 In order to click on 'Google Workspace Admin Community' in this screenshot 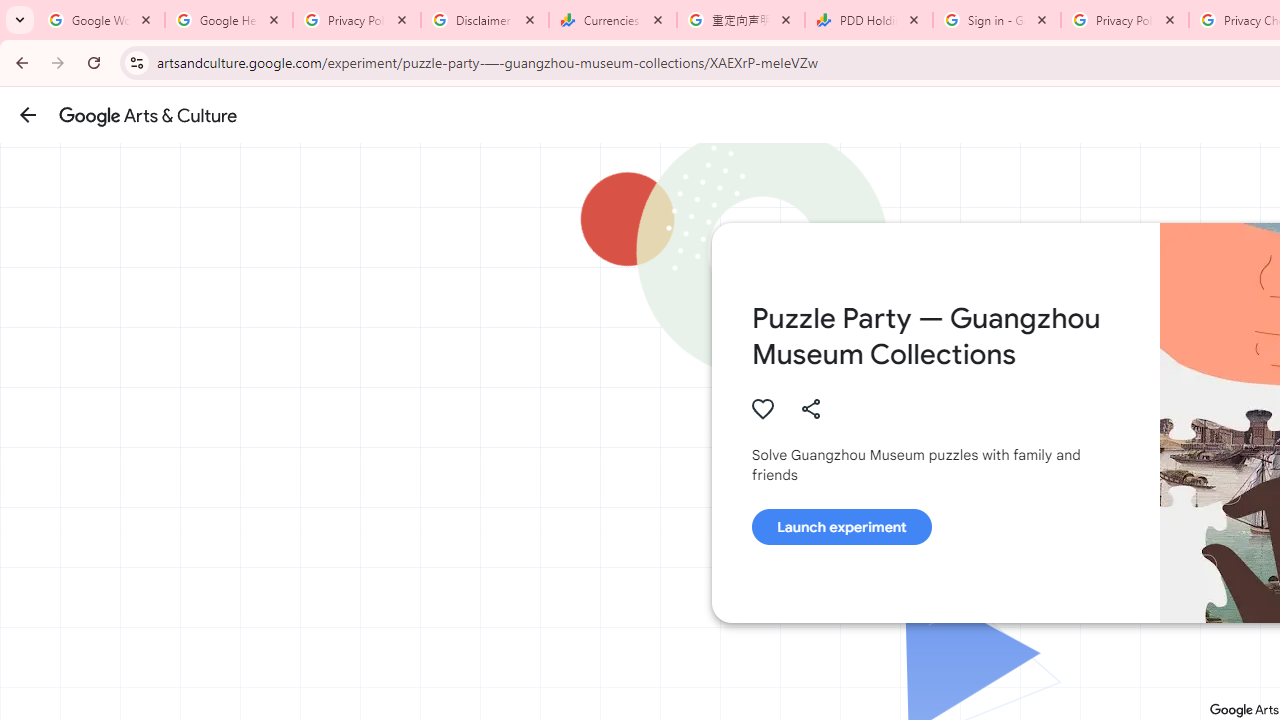, I will do `click(100, 20)`.